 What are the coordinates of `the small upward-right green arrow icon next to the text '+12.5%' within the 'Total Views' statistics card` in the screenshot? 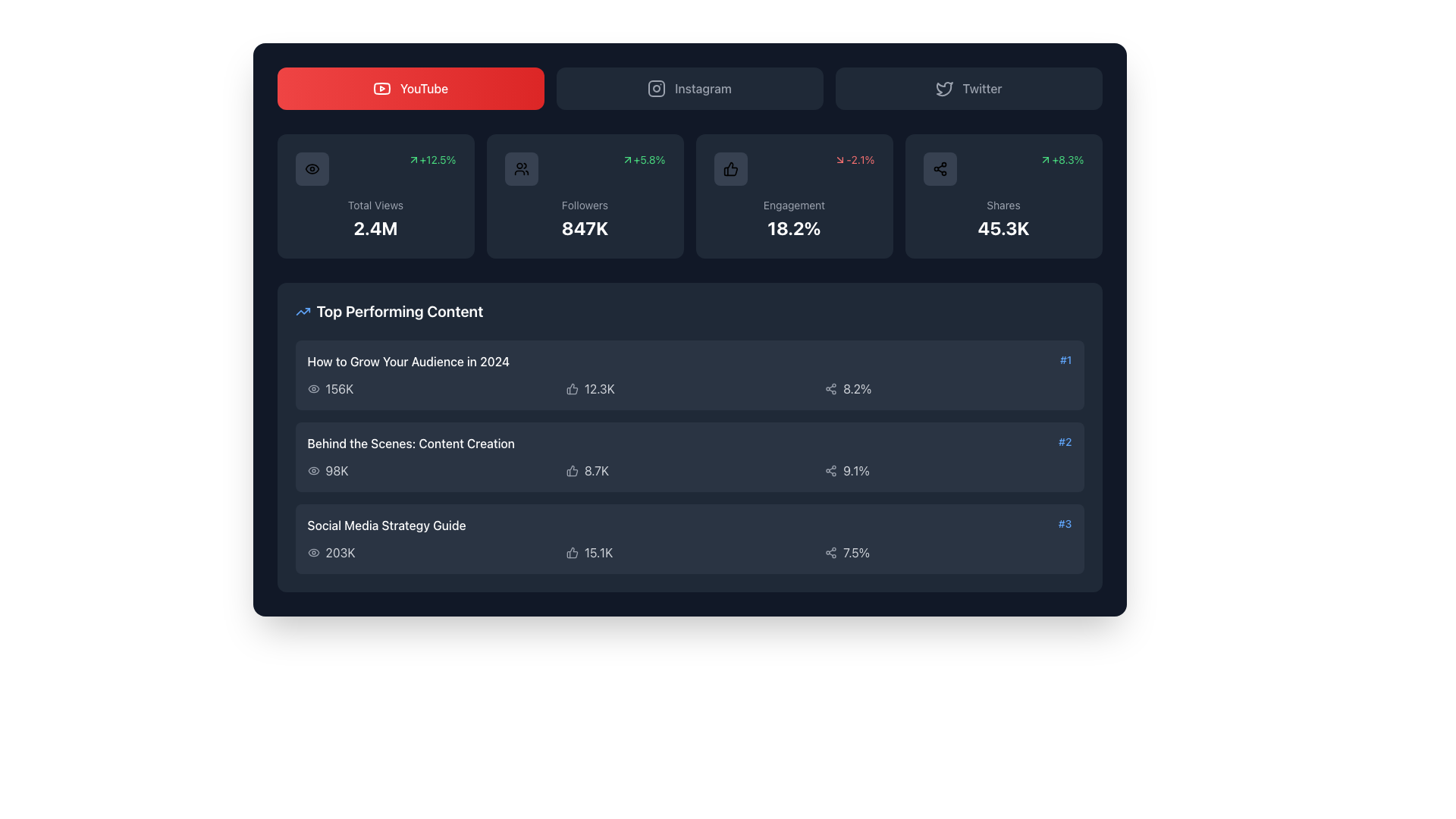 It's located at (413, 160).